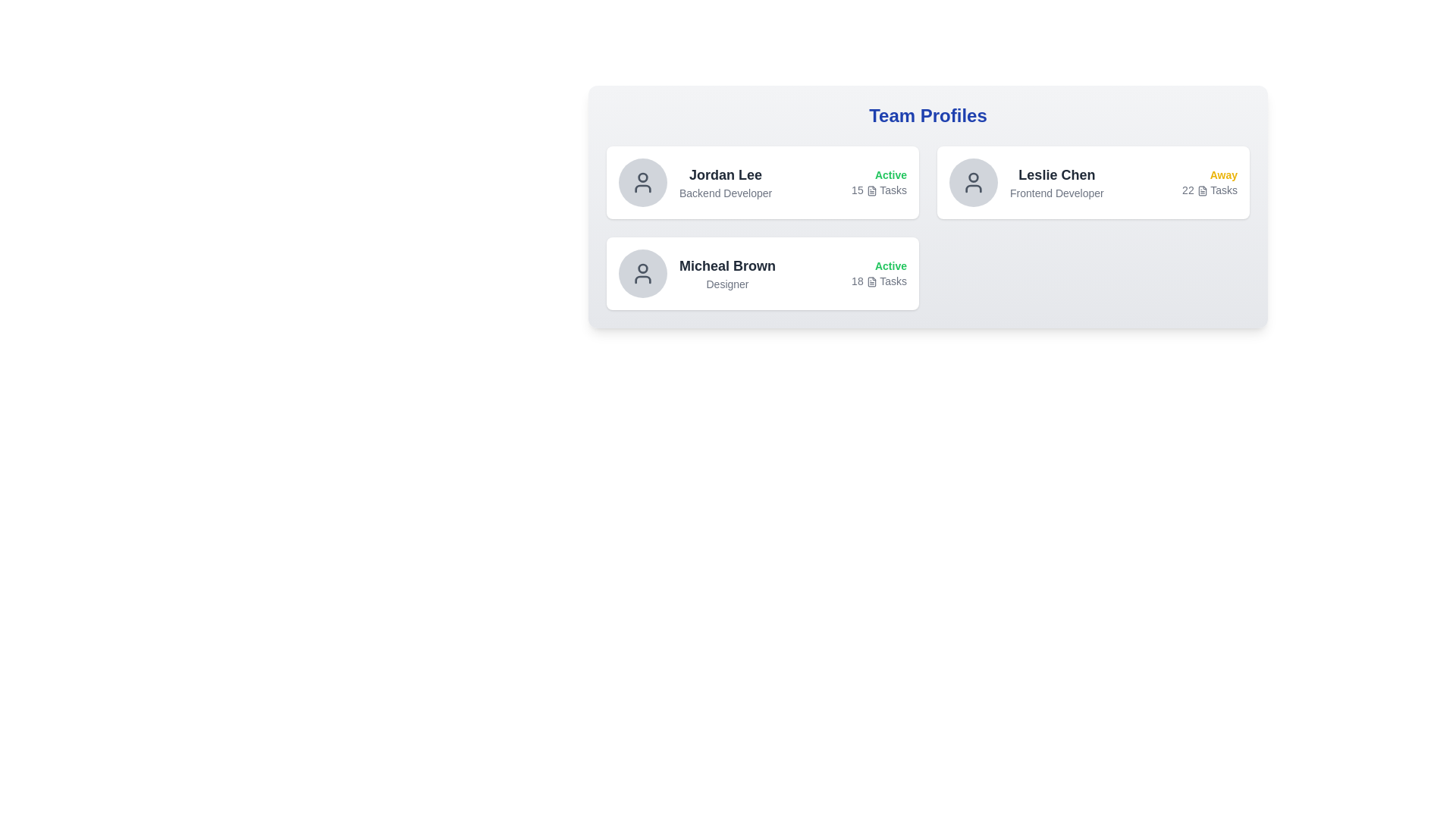 The width and height of the screenshot is (1456, 819). I want to click on the Avatar placeholder representing the individual associated with the card for the second entry in the team profiles list, located to the left of the text area containing 'Micheal Brown' and 'Designer', so click(643, 274).